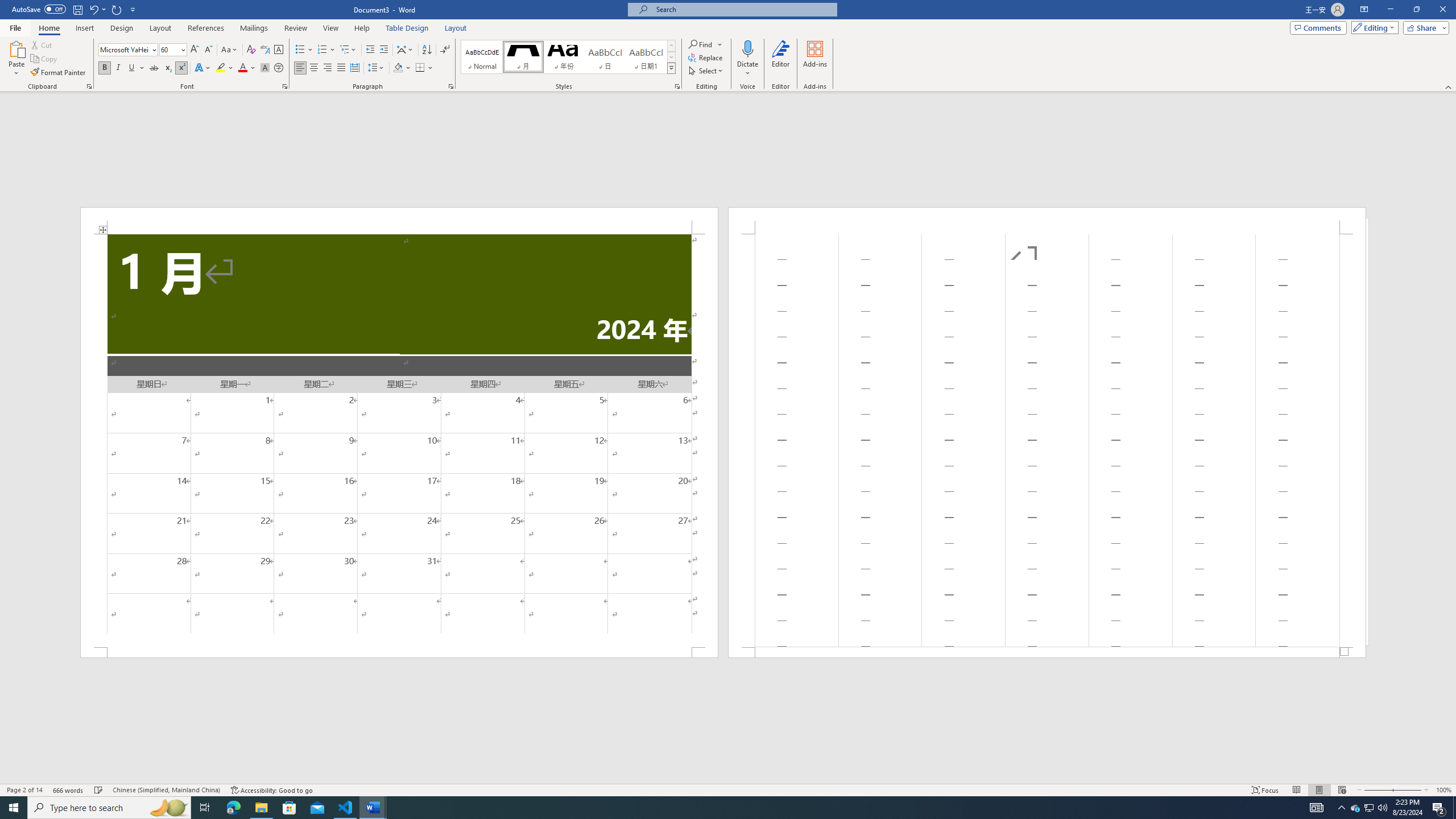 This screenshot has height=819, width=1456. I want to click on 'Borders', so click(424, 67).